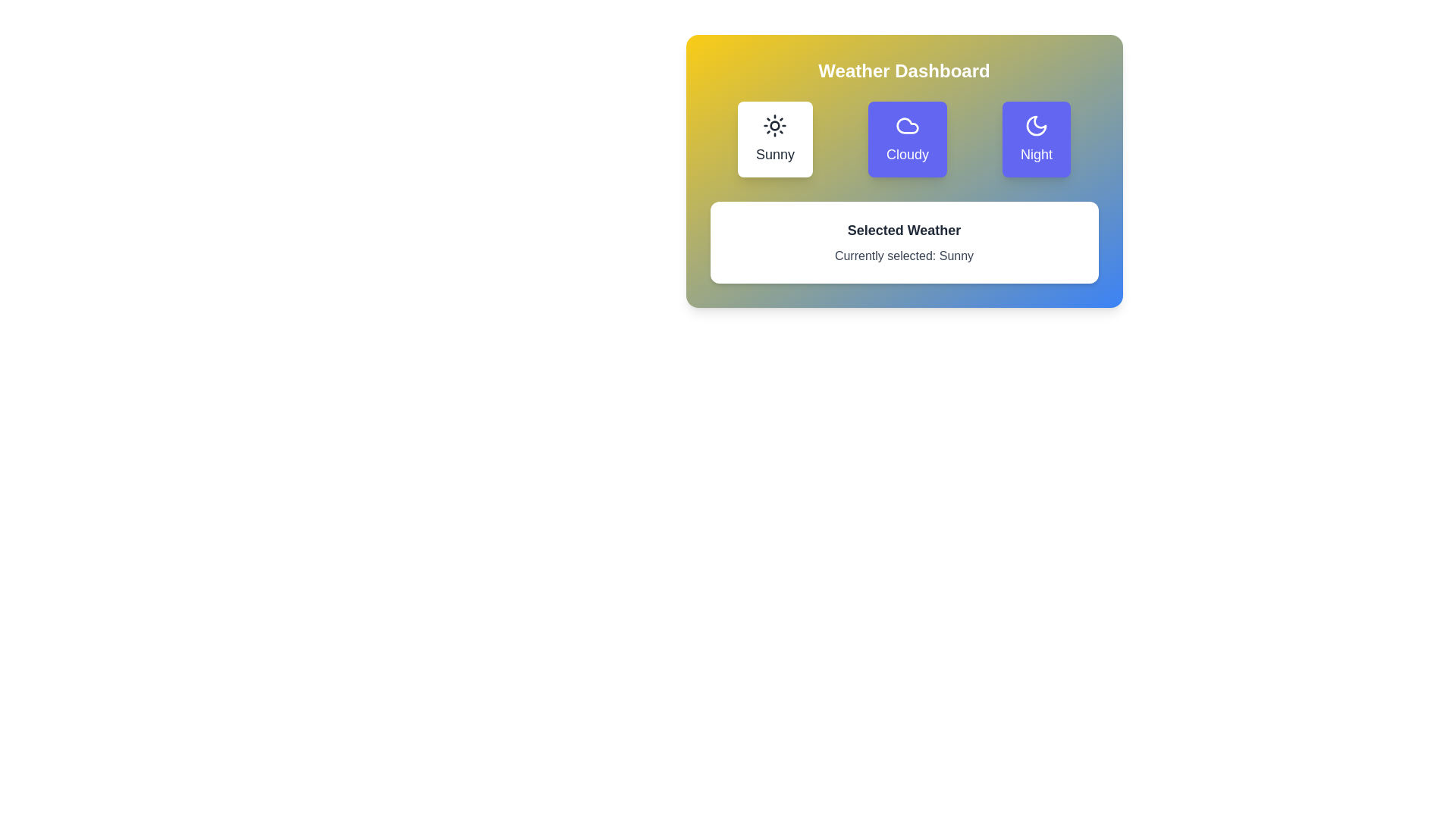 Image resolution: width=1456 pixels, height=819 pixels. Describe the element at coordinates (904, 242) in the screenshot. I see `the Display Card that contains the text 'Selected Weather' and 'Currently selected: Sunny', located in the 'Weather Dashboard' section` at that location.